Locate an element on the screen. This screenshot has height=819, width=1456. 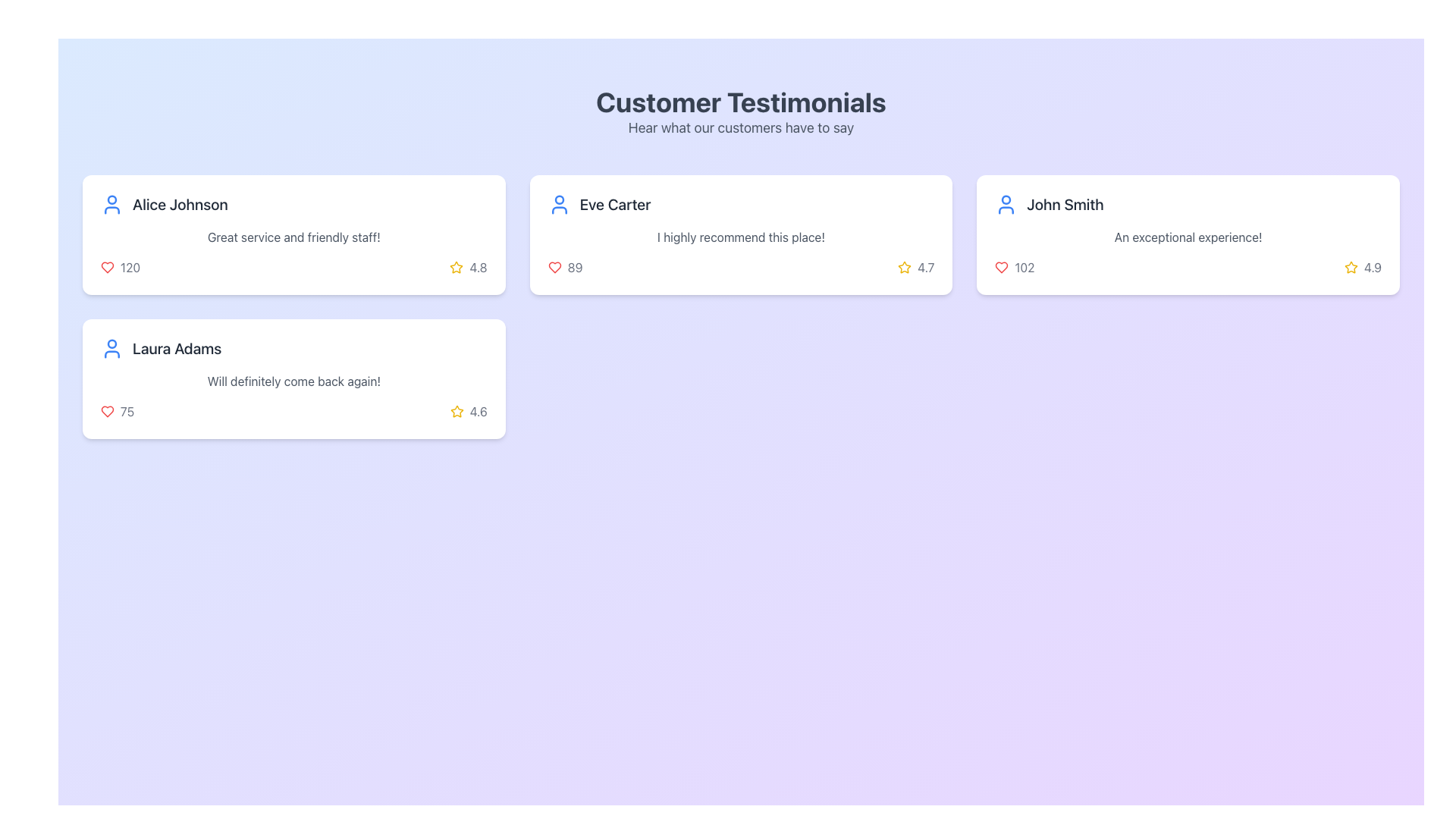
the text display that reads 'I highly recommend this place!' which is located in the review card below 'Eve Carter' and above the likes count and rating is located at coordinates (741, 237).